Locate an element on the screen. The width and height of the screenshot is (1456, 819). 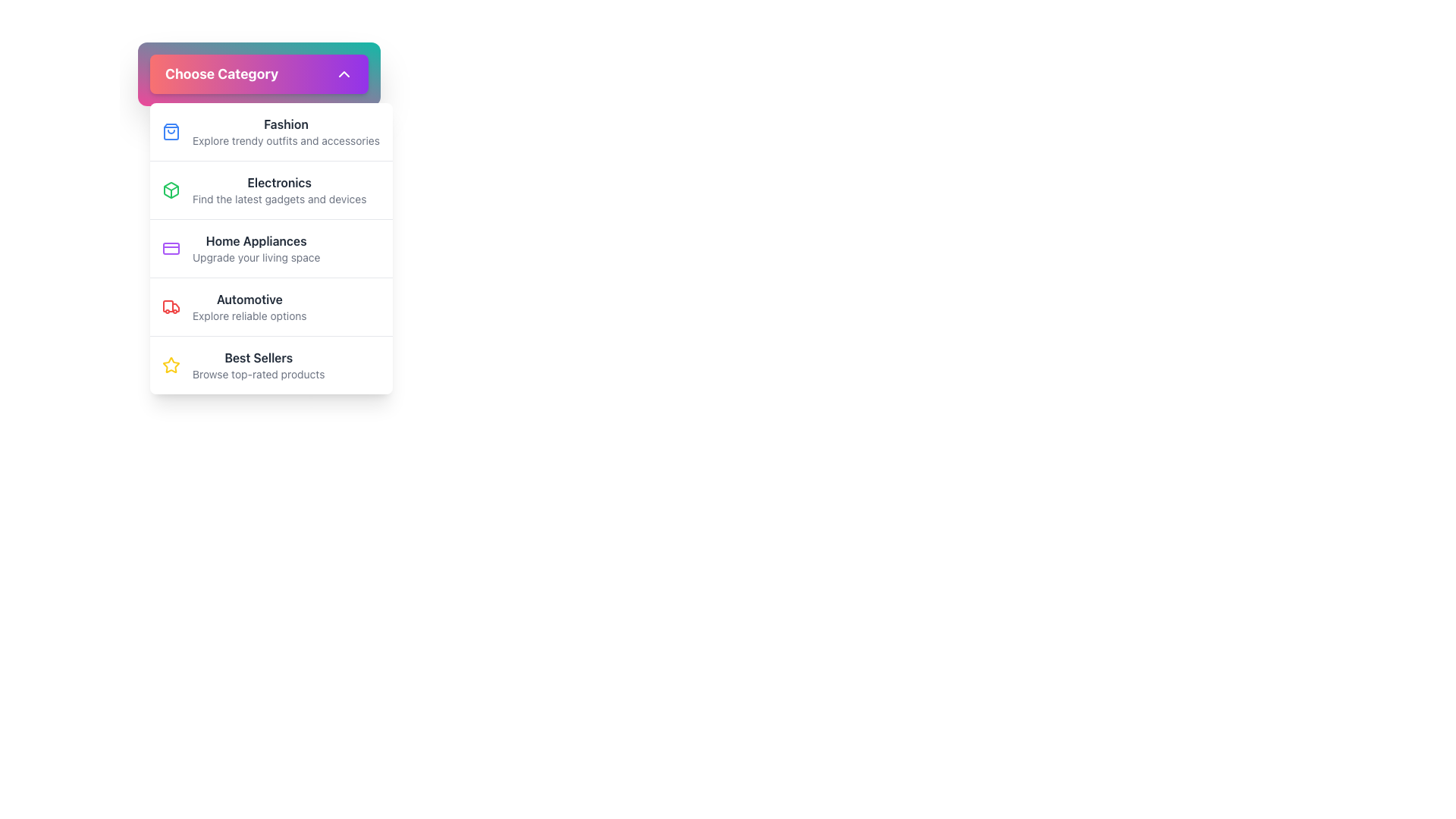
the first list item in the category selection, which displays a blue shopping bag icon on the left and the text 'Fashion' with the subtitle 'Explore trendy outfits and accessories' on the right is located at coordinates (271, 130).